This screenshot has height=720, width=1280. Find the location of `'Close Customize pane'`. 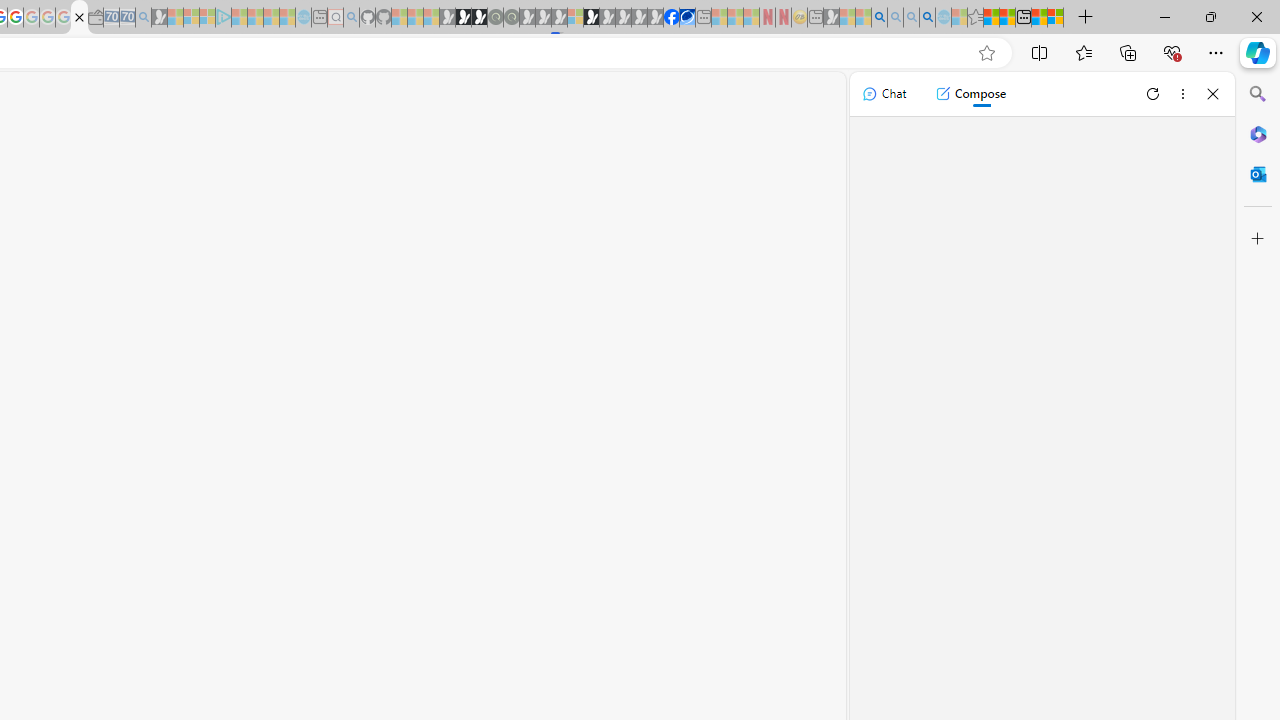

'Close Customize pane' is located at coordinates (1257, 238).